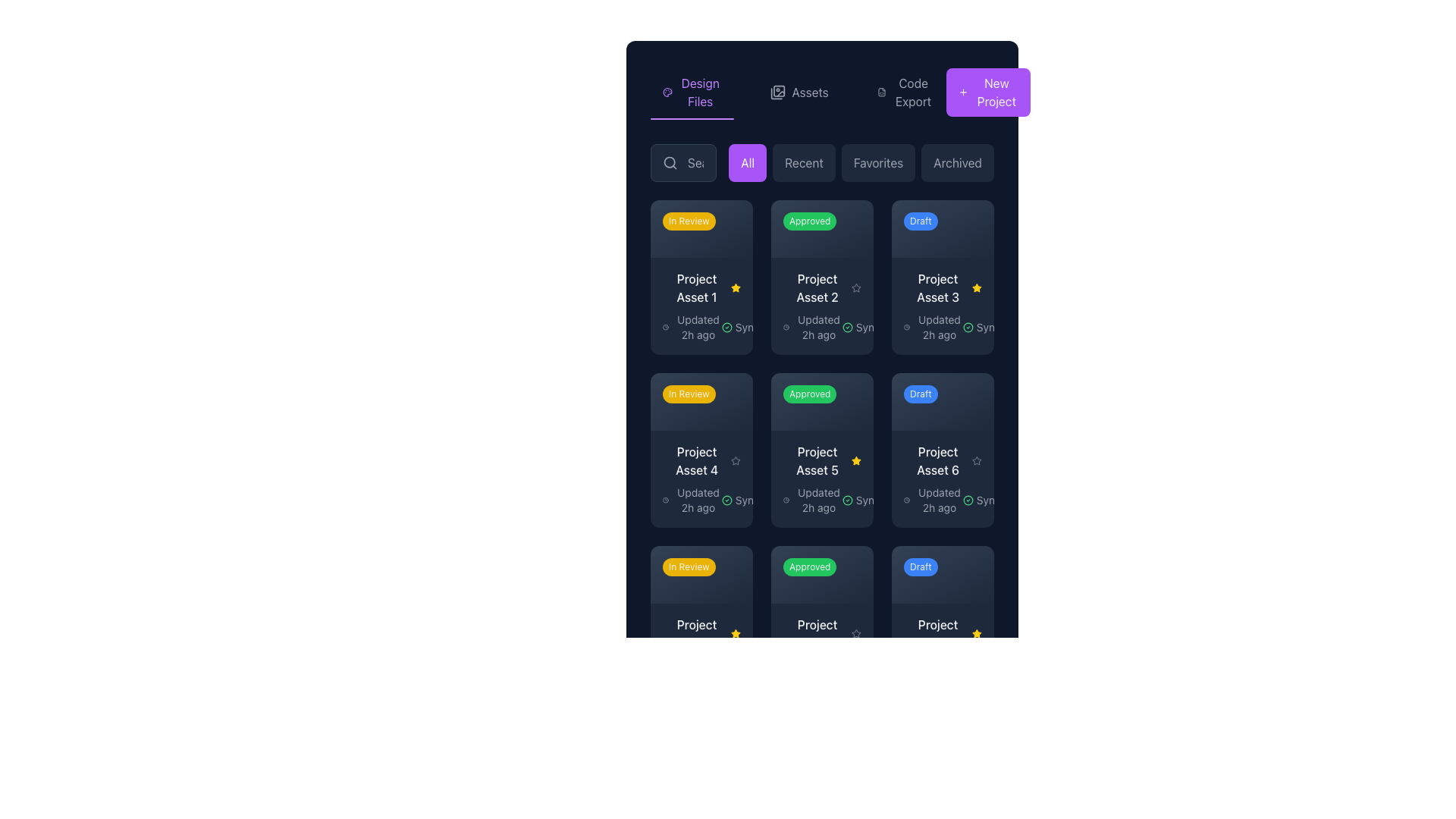 This screenshot has width=1456, height=819. What do you see at coordinates (809, 566) in the screenshot?
I see `text inside the small, rounded rectangle label with a green background and white text reading 'Approved', located in the top left corner of the card in the second column of the third row of the grid` at bounding box center [809, 566].